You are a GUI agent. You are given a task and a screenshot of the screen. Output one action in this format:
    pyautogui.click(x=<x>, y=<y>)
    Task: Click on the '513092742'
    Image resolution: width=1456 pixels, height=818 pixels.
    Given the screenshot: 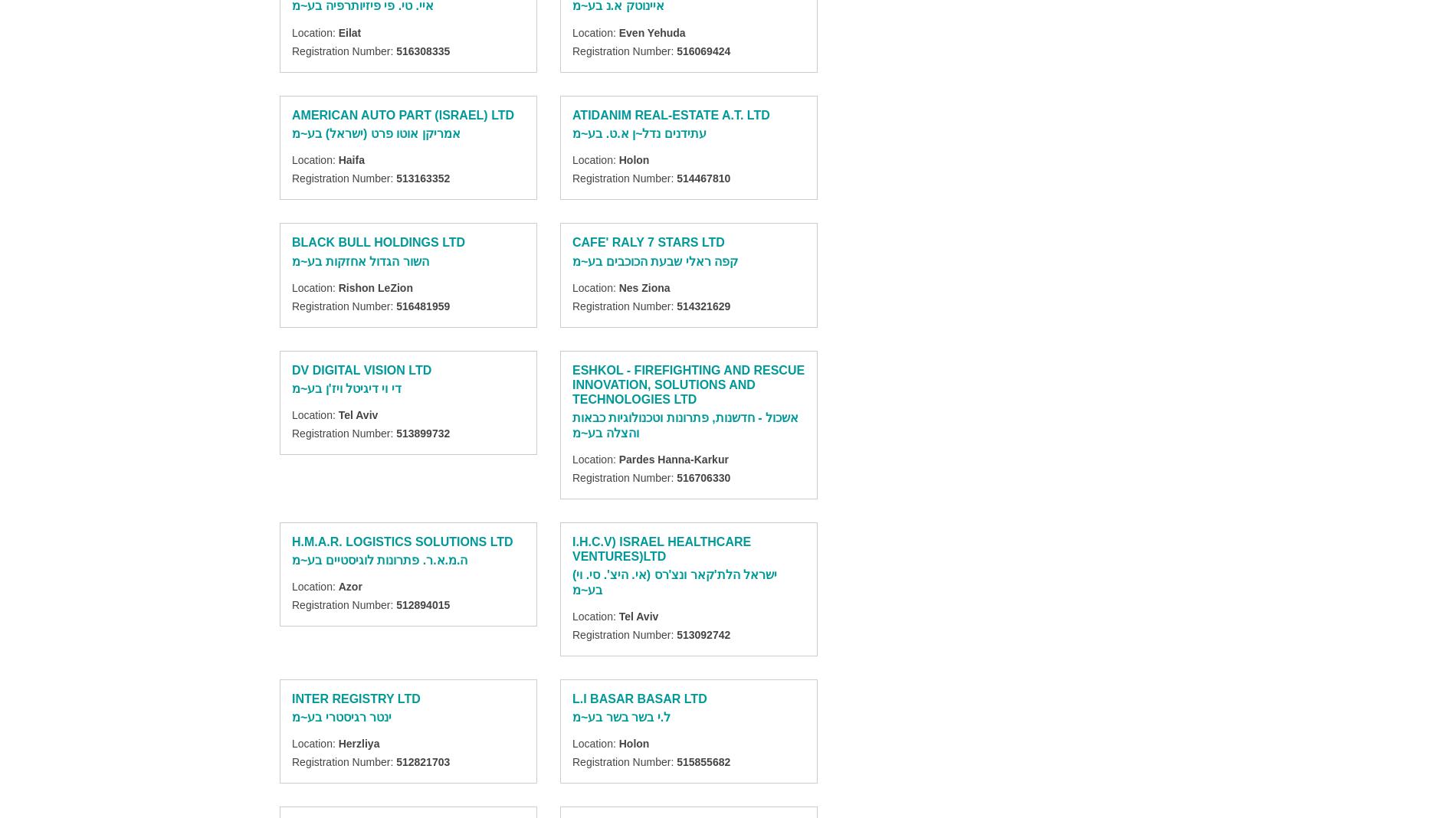 What is the action you would take?
    pyautogui.click(x=703, y=633)
    